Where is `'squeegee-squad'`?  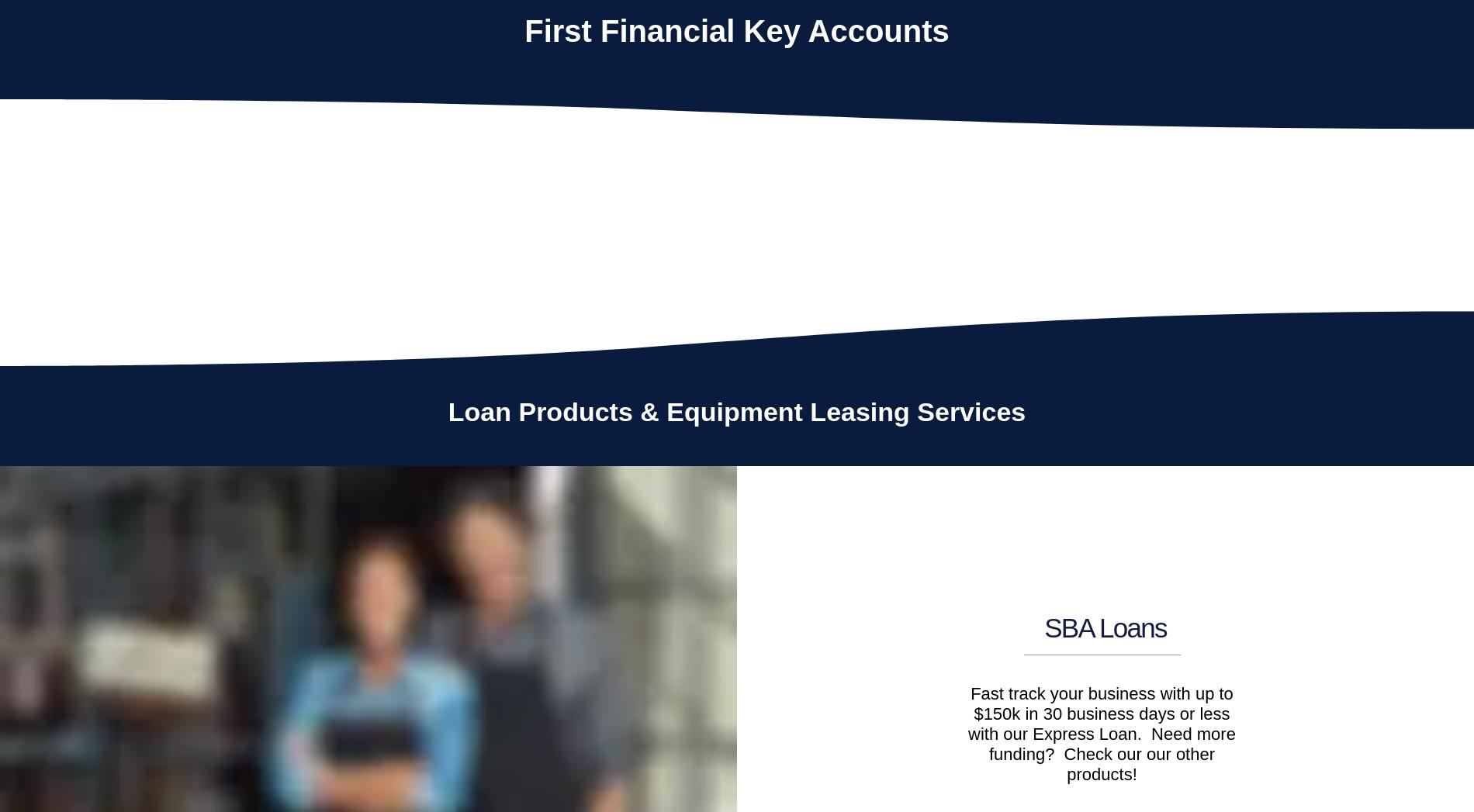 'squeegee-squad' is located at coordinates (1202, 237).